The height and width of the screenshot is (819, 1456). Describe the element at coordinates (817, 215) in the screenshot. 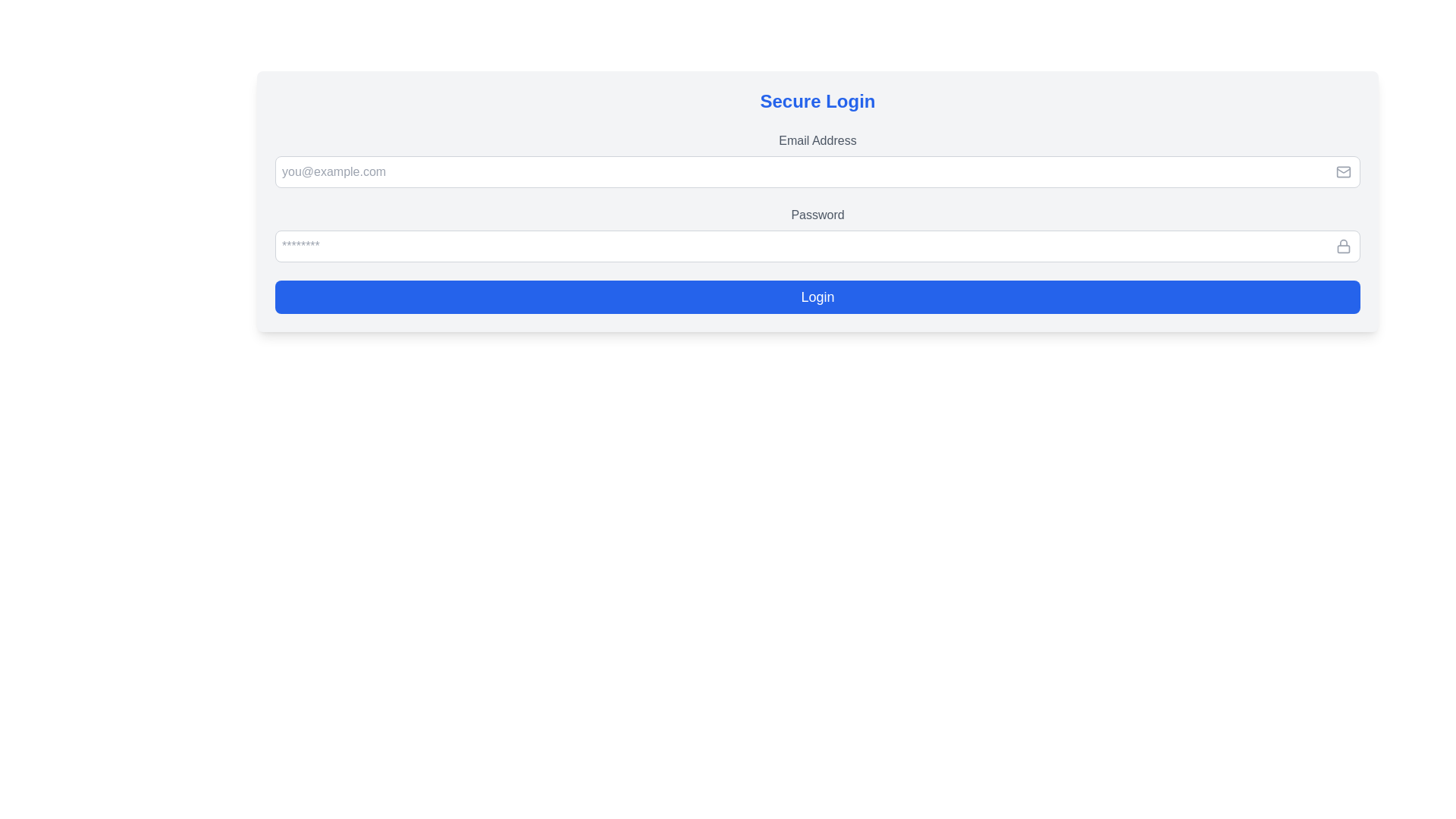

I see `the password label that guides the user to input their password, located above the password input field and aligned to the left margin of the form` at that location.